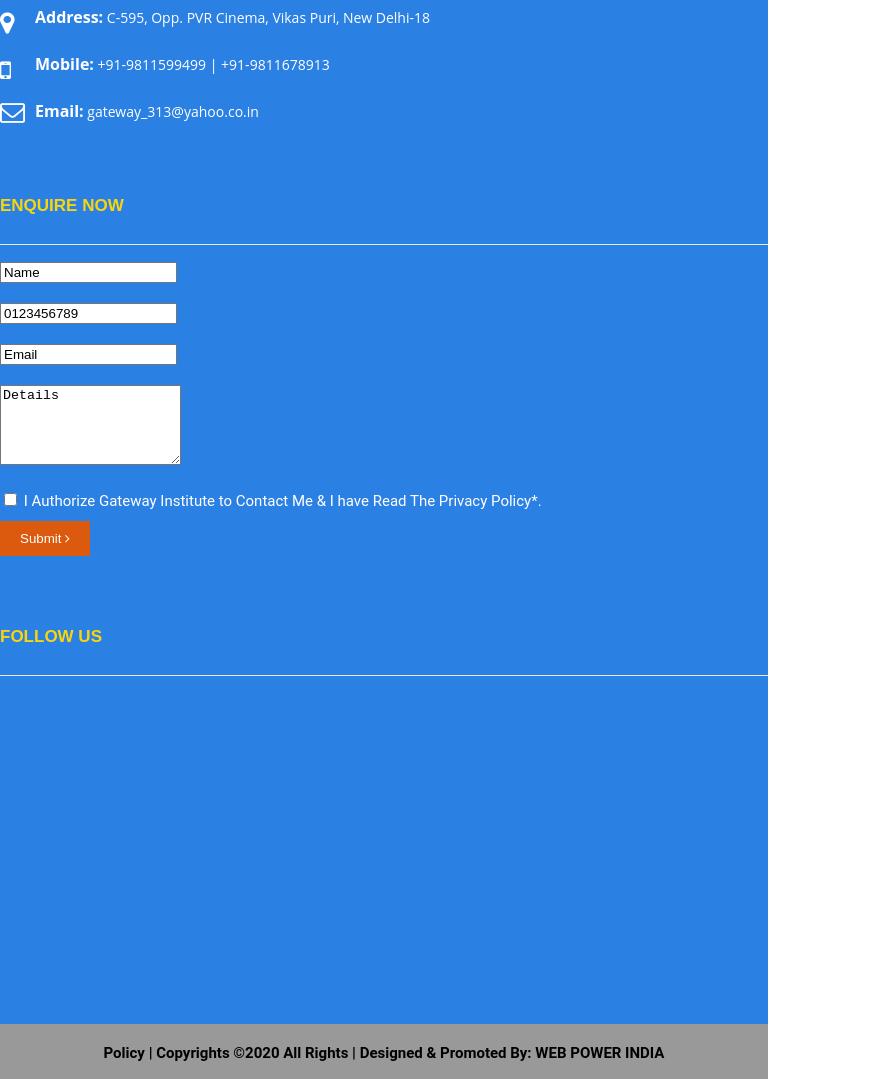 The width and height of the screenshot is (870, 1079). Describe the element at coordinates (537, 500) in the screenshot. I see `'.'` at that location.